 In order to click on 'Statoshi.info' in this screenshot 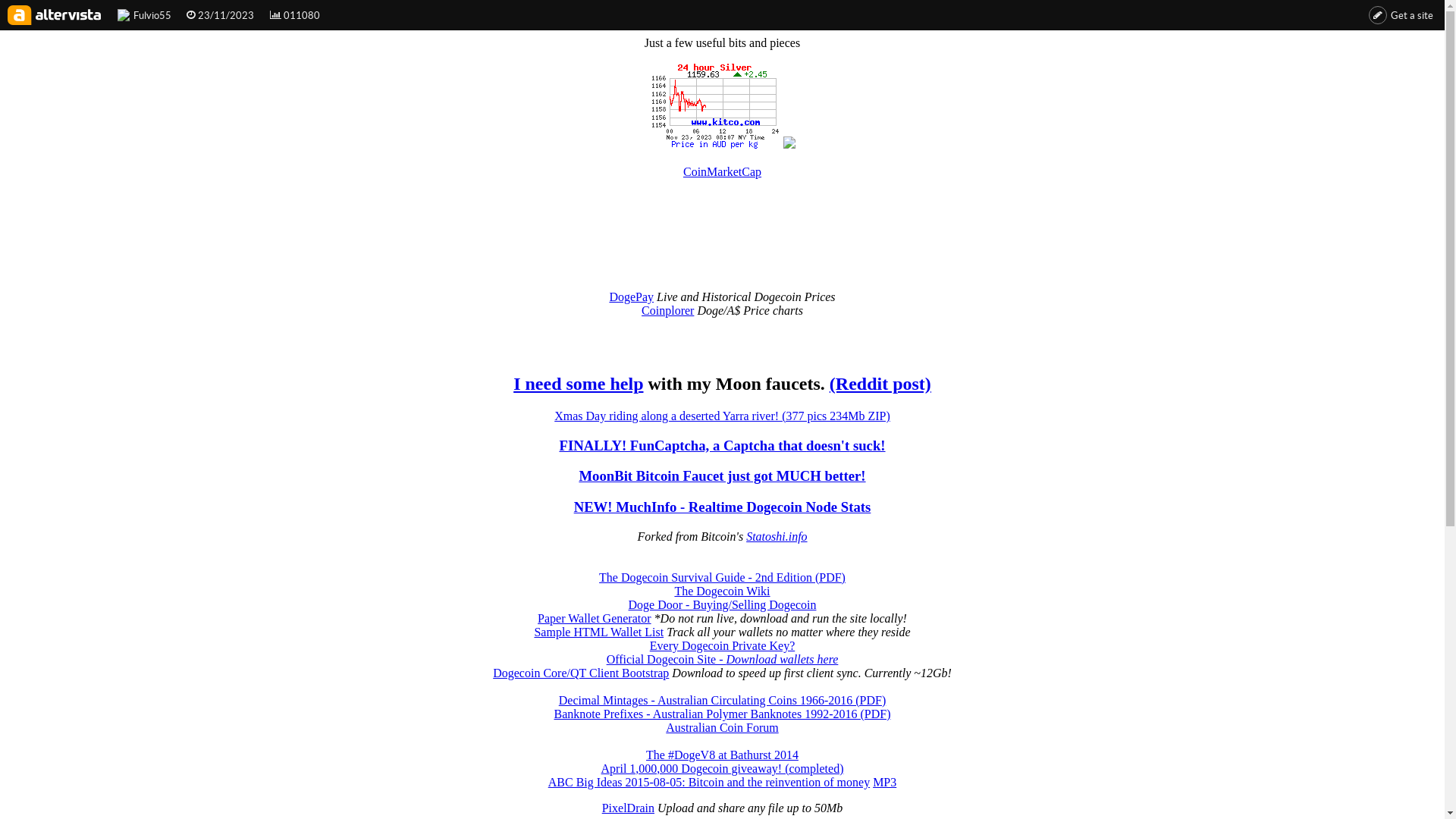, I will do `click(776, 535)`.